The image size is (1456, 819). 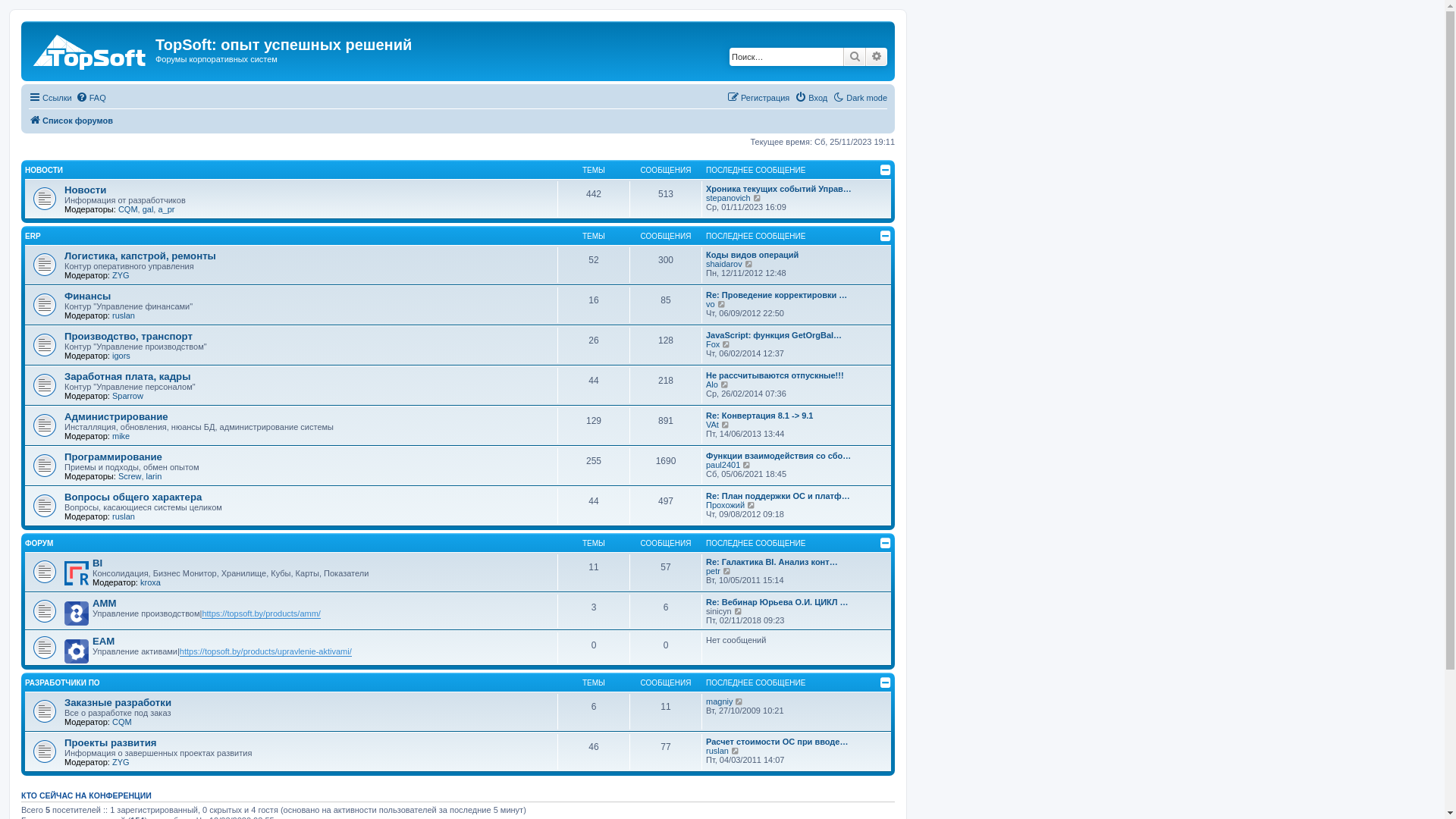 I want to click on 'gal', so click(x=142, y=209).